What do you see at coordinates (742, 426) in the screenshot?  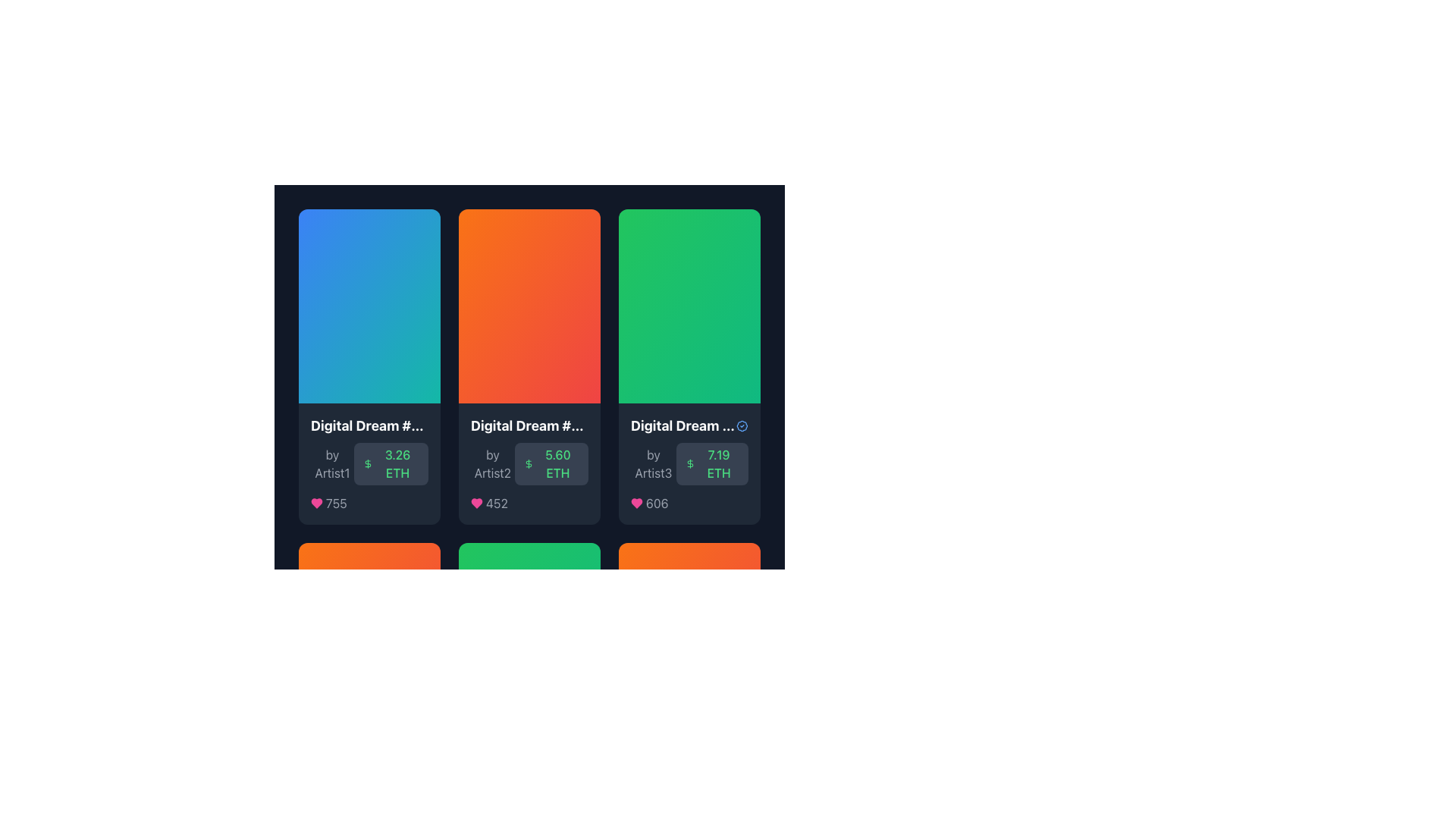 I see `the inner circular part of the badge icon located in the top-right corner of the third item in a horizontal list of cards` at bounding box center [742, 426].